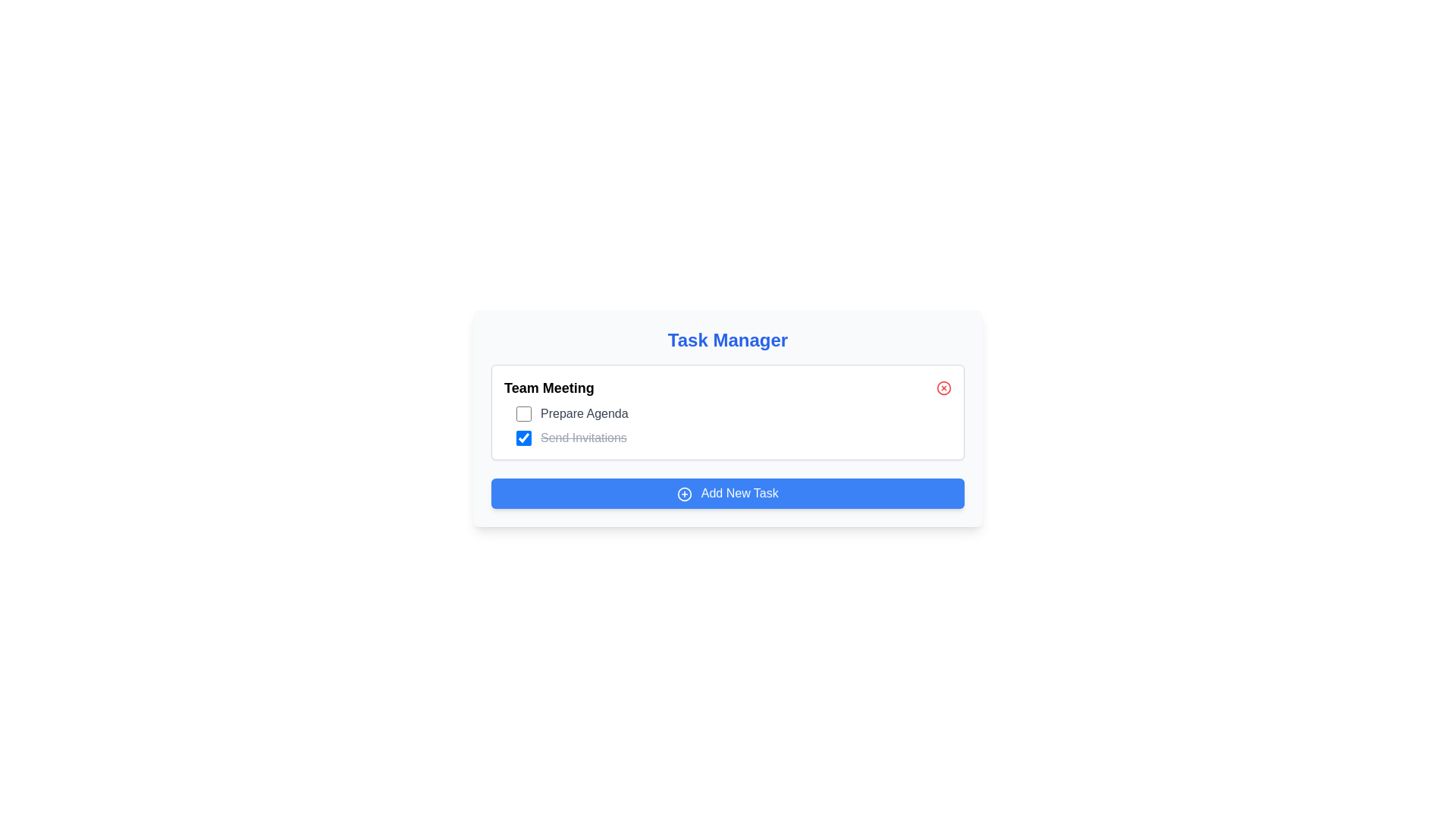  What do you see at coordinates (684, 494) in the screenshot?
I see `the icon representing the addition of a new task, which is located in the left portion of the blue button labeled 'Add New Task'` at bounding box center [684, 494].